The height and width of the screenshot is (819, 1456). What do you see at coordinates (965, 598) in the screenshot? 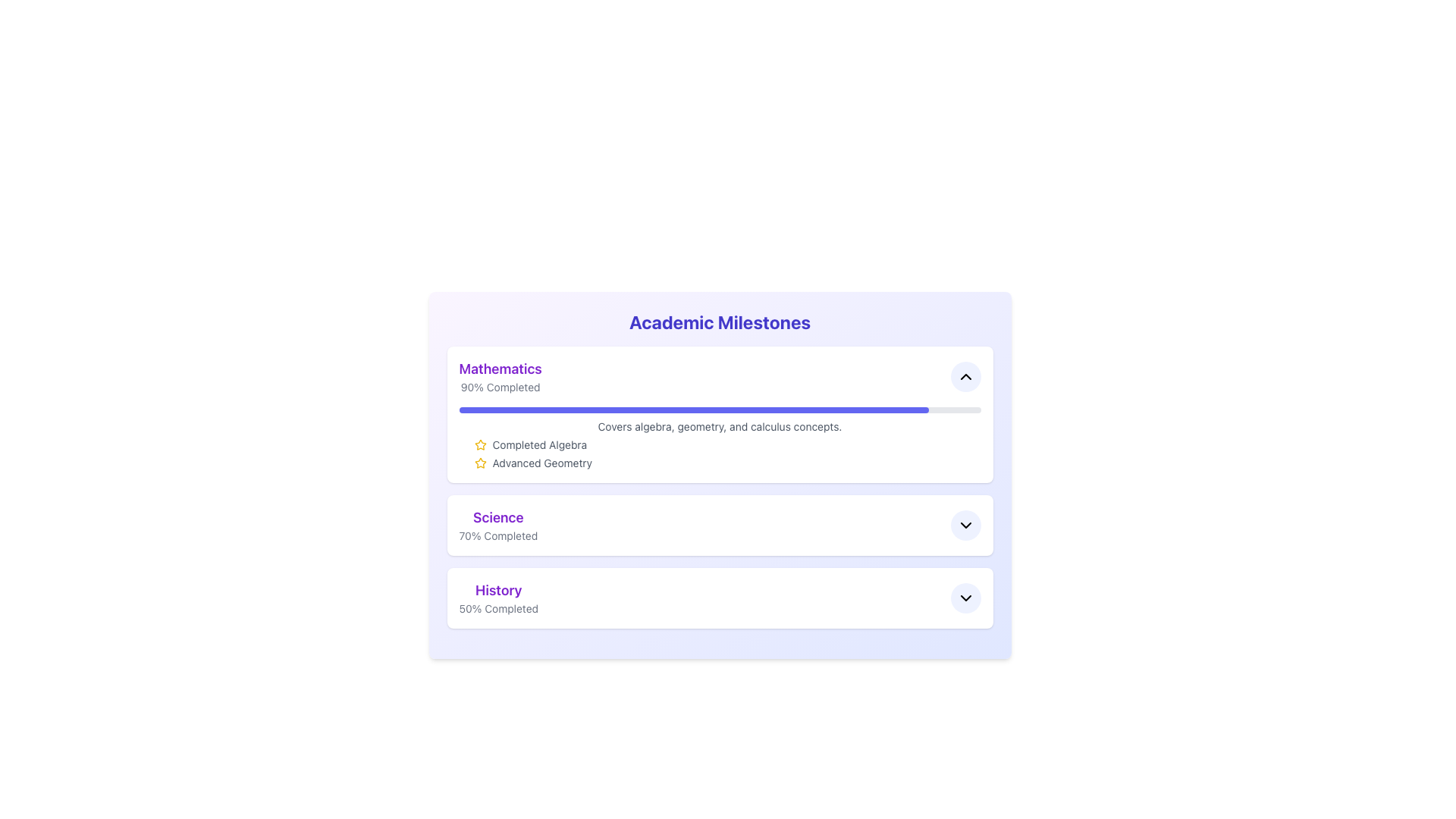
I see `the circular button with a light indigo background and a downward-pointing chevron icon, located on the right side of the 'History' section, to change its background color` at bounding box center [965, 598].